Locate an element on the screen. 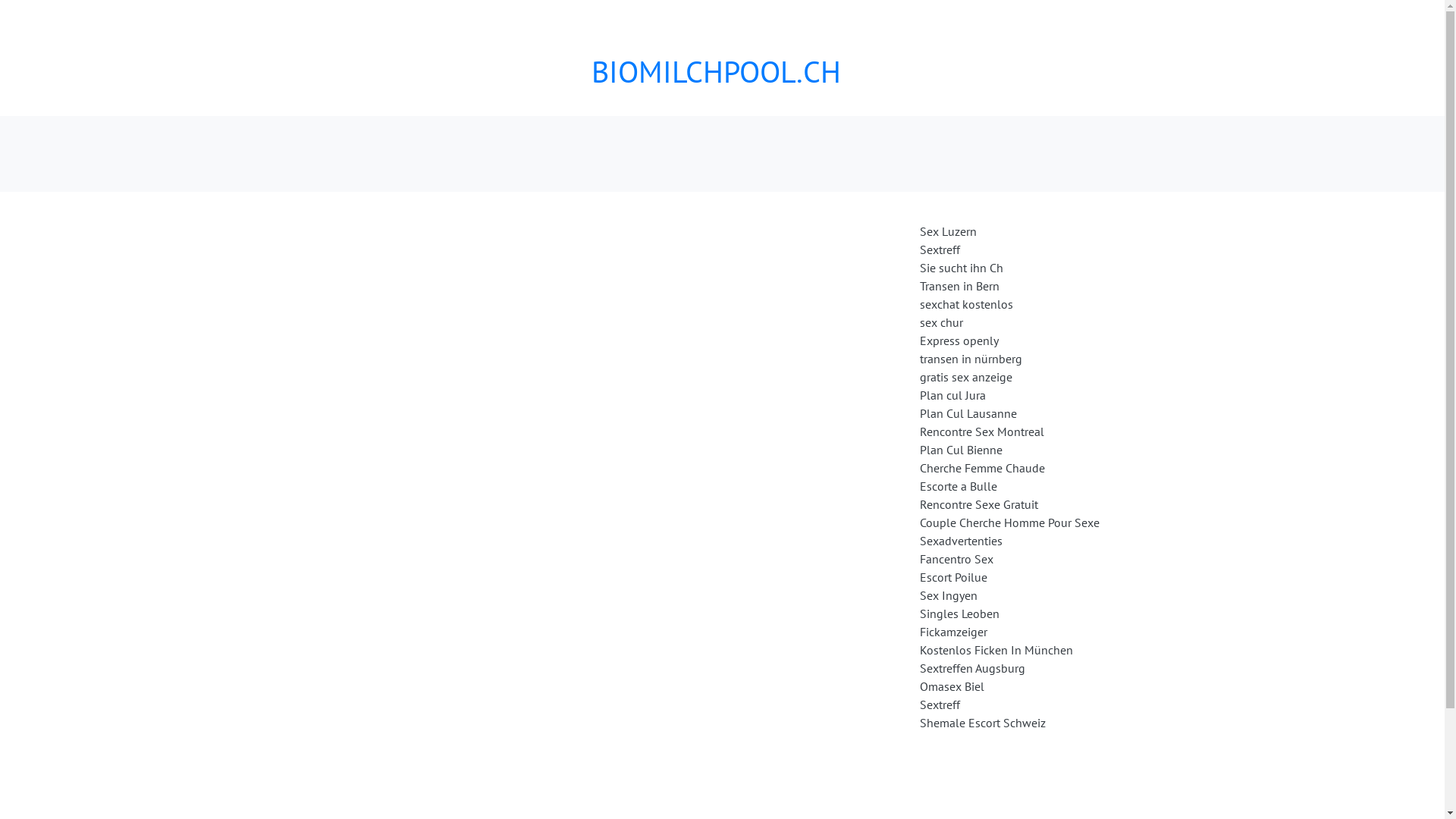 This screenshot has height=819, width=1456. 'Escort Poilue' is located at coordinates (918, 576).